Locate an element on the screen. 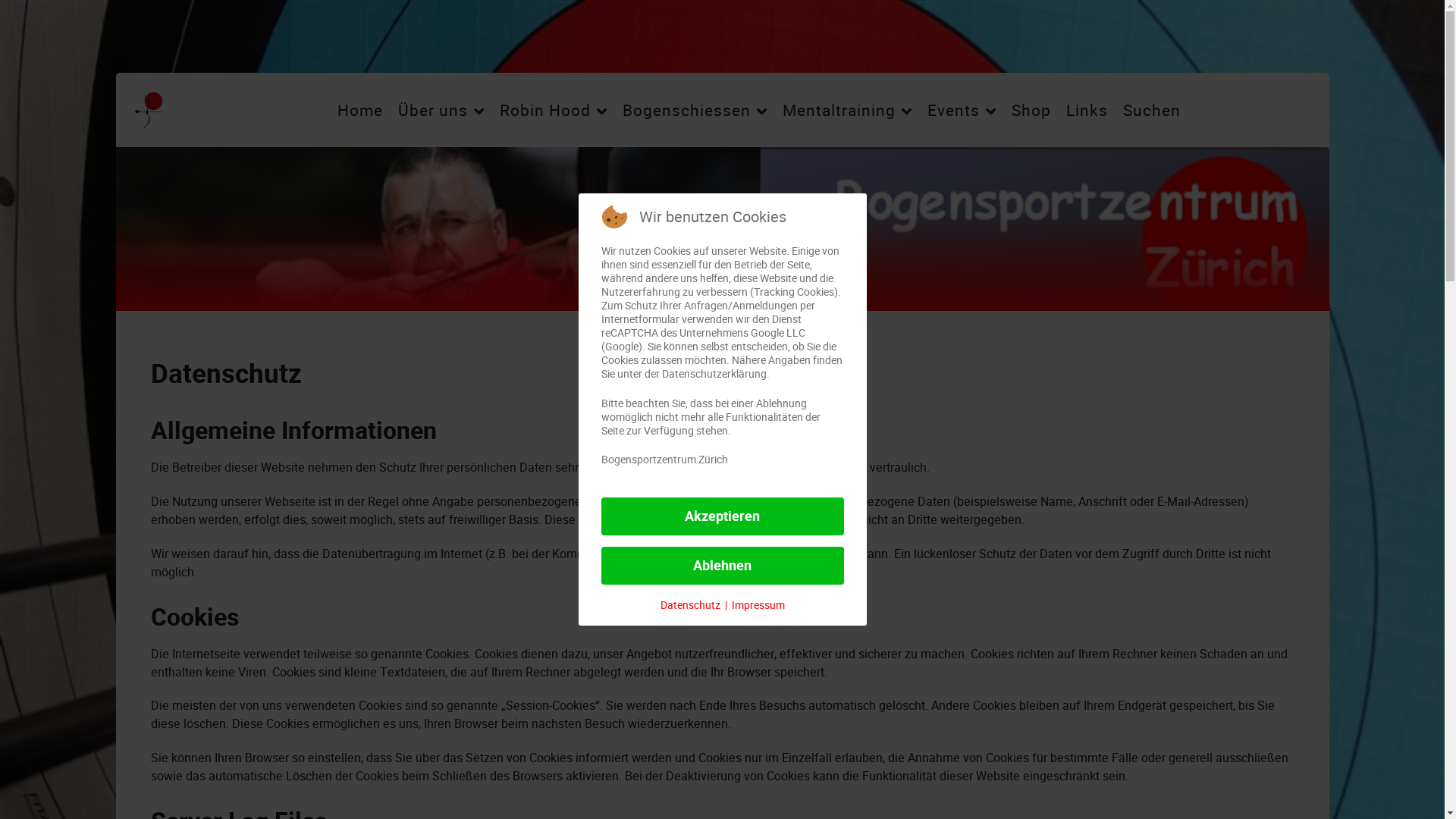 The height and width of the screenshot is (819, 1456). 'Datenschutz' is located at coordinates (659, 604).